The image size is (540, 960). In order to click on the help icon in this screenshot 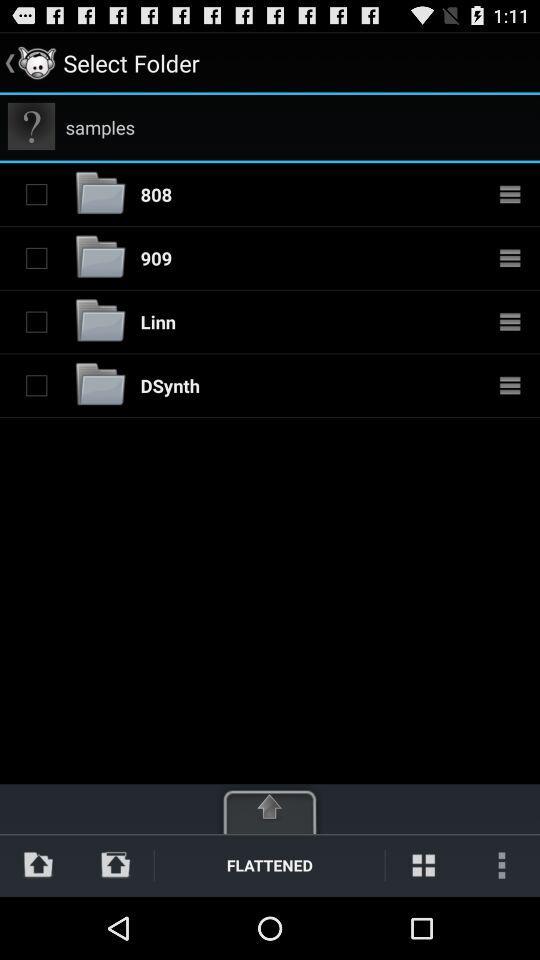, I will do `click(30, 133)`.